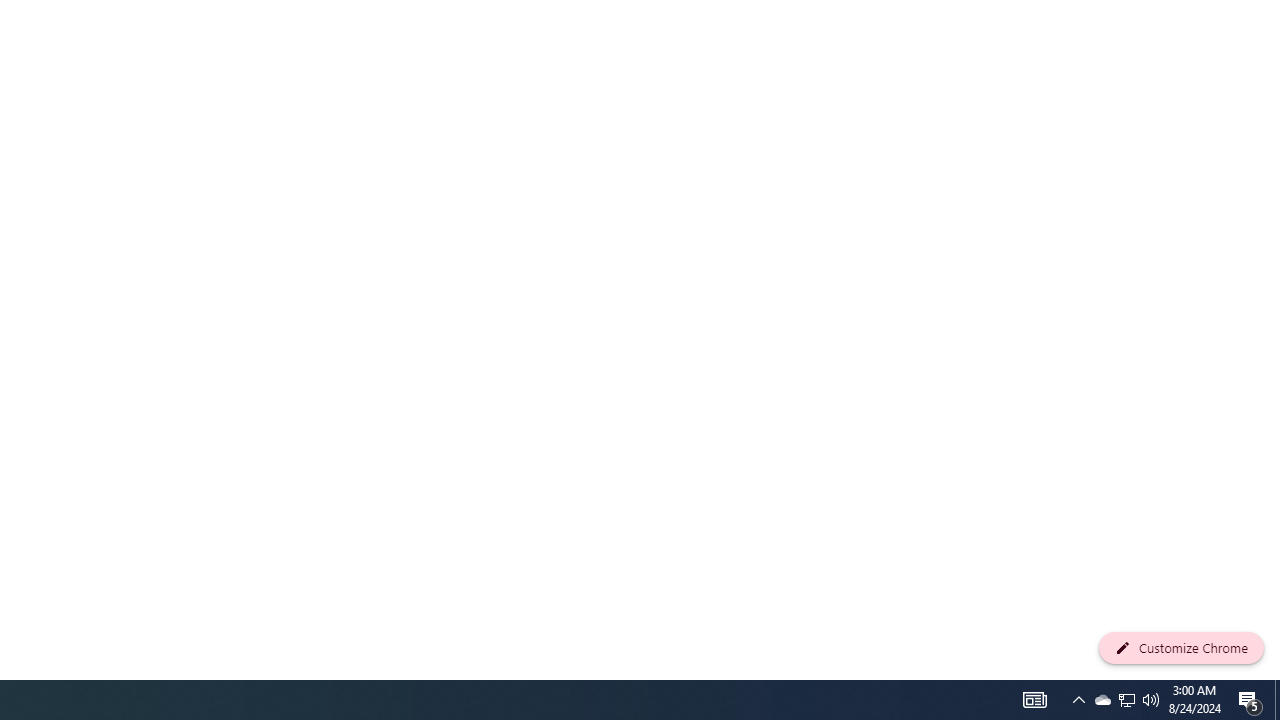  I want to click on 'Customize Chrome', so click(1181, 648).